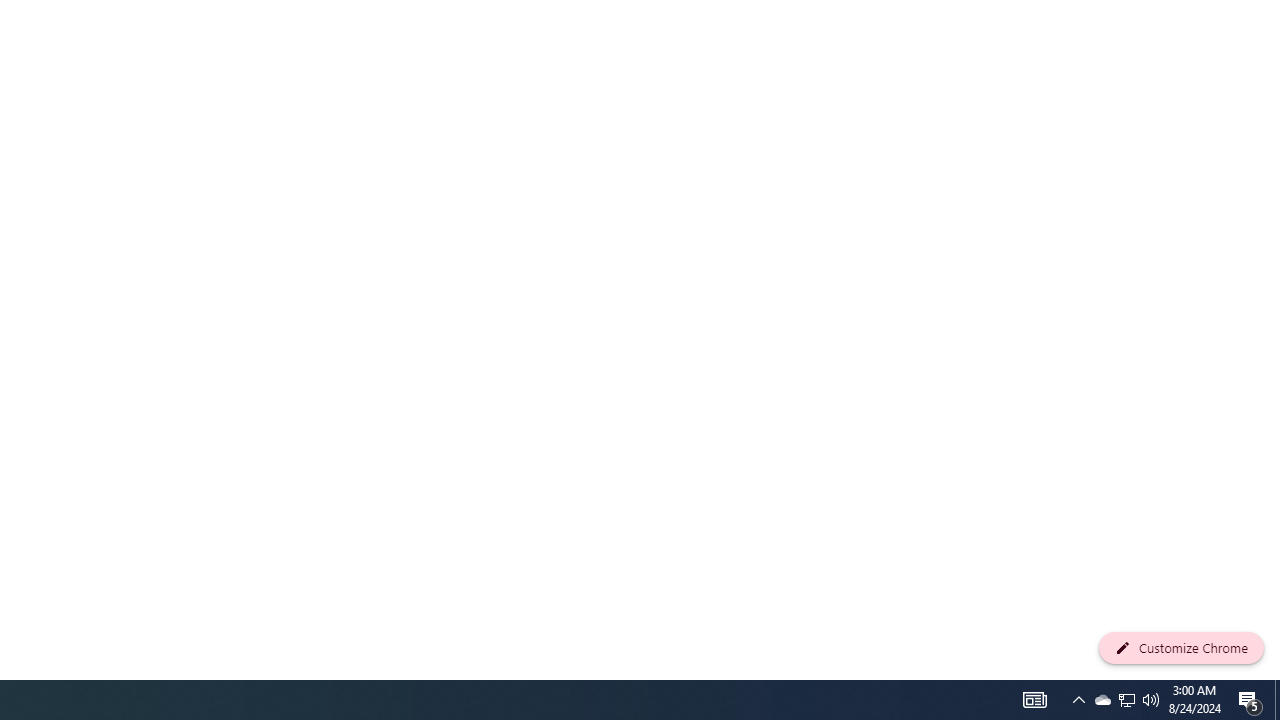  I want to click on 'Customize Chrome', so click(1181, 648).